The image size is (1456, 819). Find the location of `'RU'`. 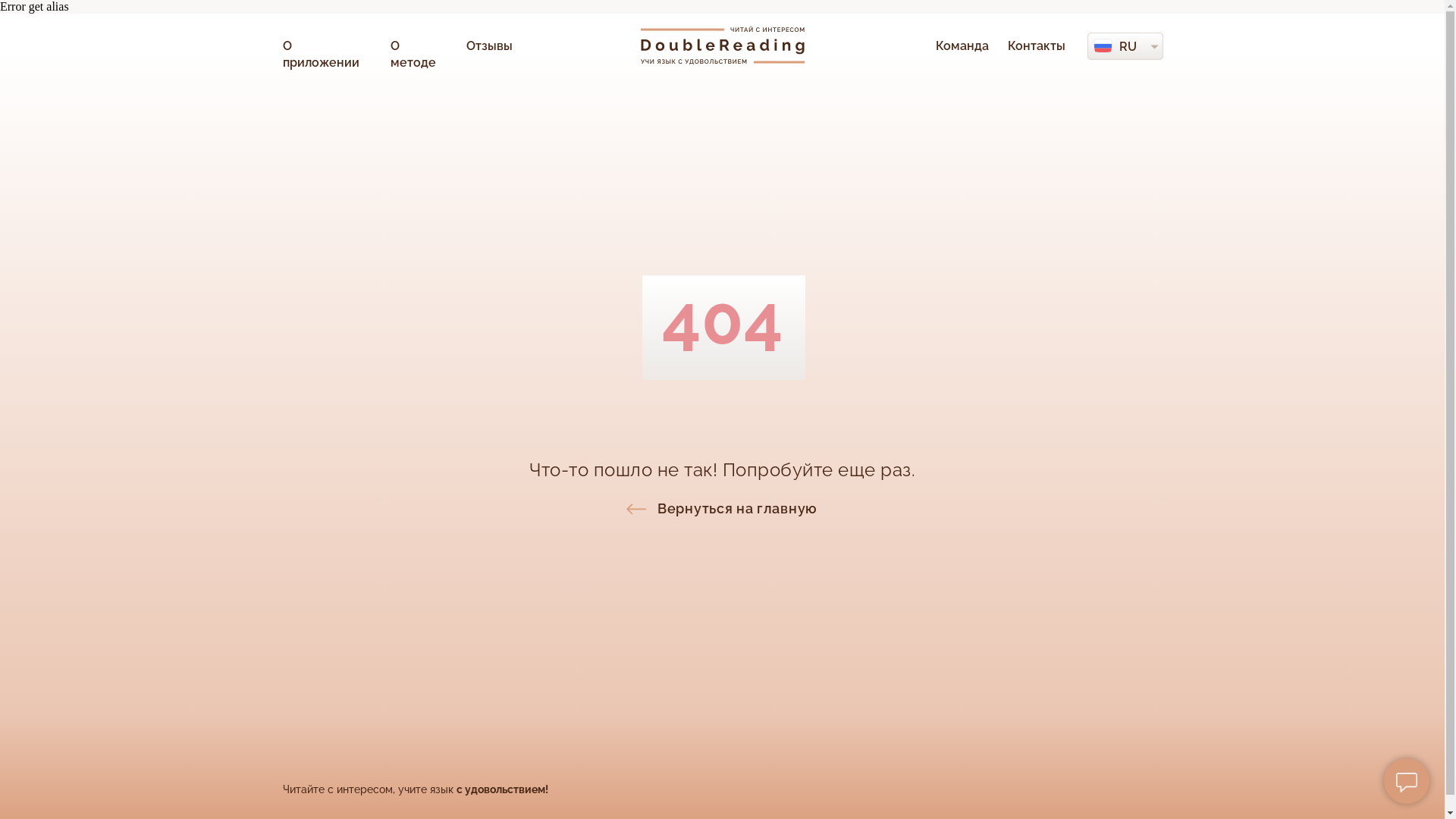

'RU' is located at coordinates (1128, 45).